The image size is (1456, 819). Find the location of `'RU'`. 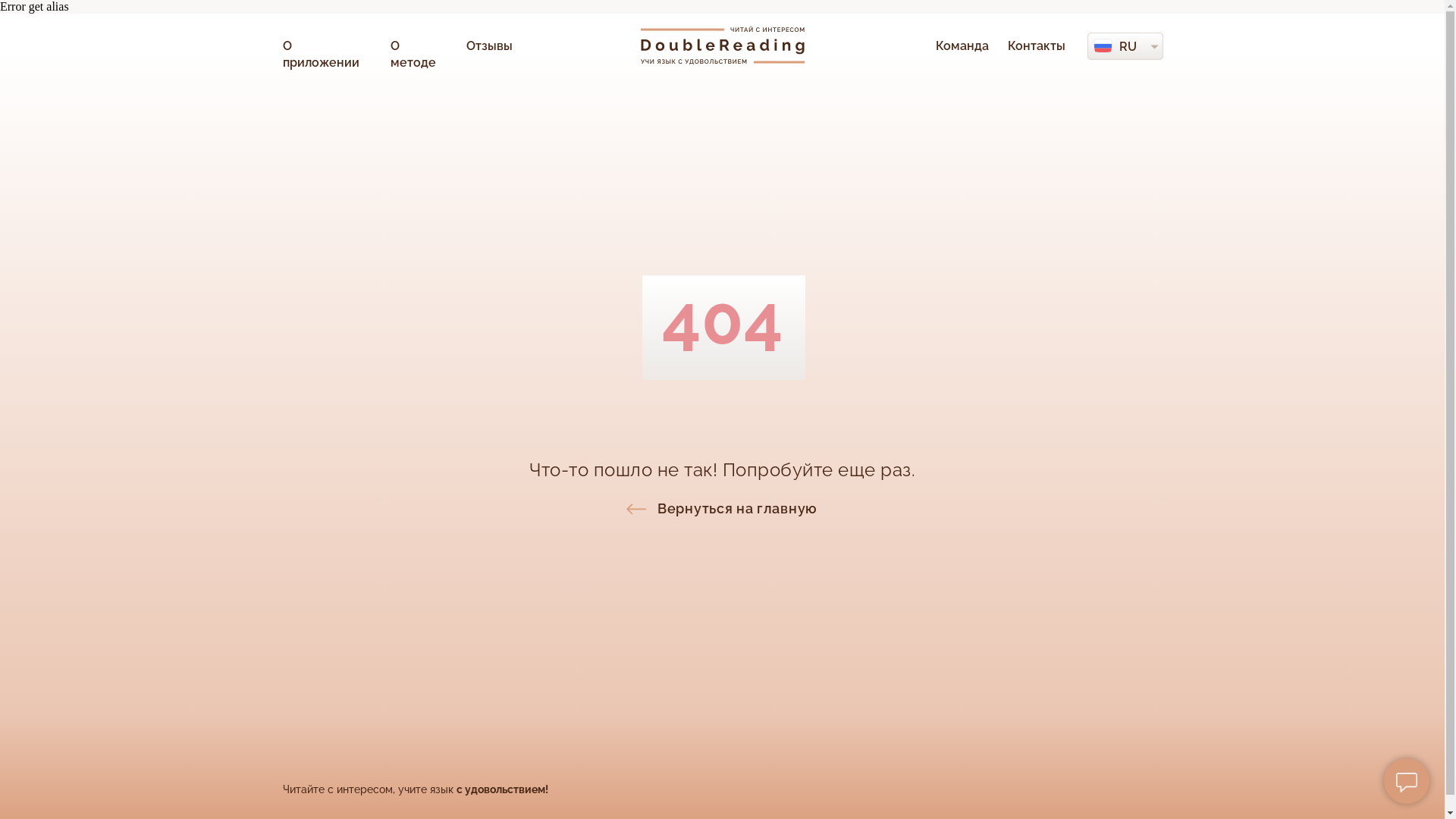

'RU' is located at coordinates (1128, 45).